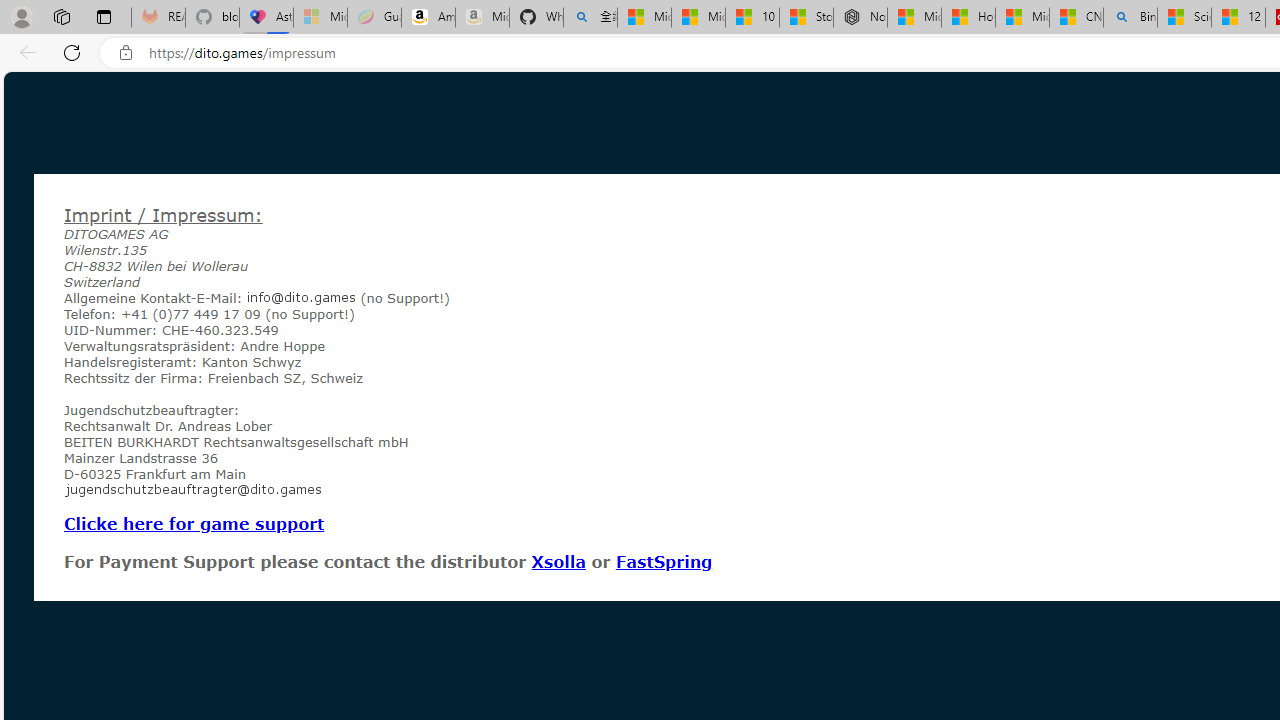 The height and width of the screenshot is (720, 1280). I want to click on 'Asthma Inhalers: Names and Types', so click(265, 17).